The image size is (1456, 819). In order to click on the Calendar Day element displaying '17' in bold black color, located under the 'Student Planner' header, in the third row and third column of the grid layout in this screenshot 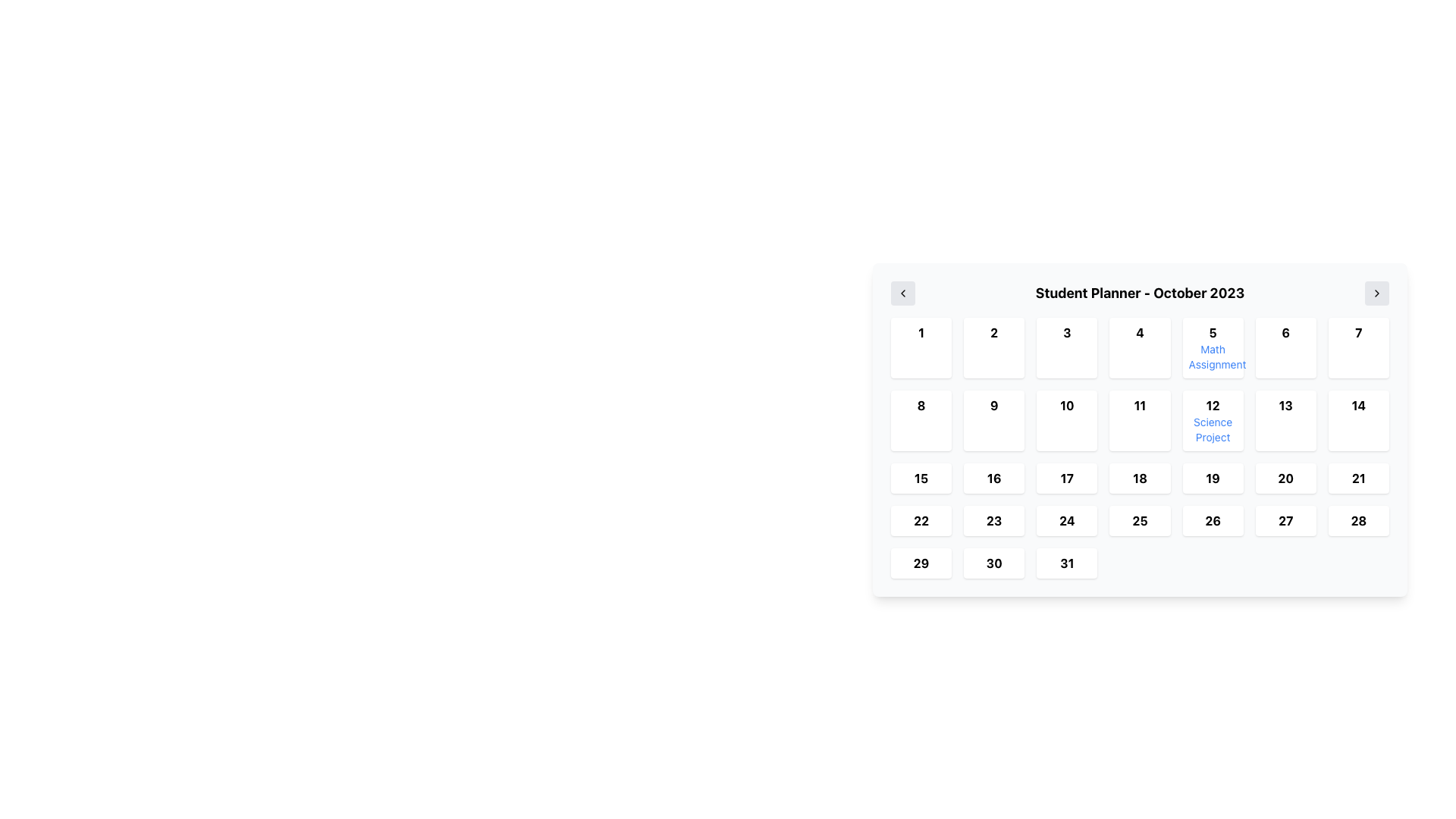, I will do `click(1066, 479)`.